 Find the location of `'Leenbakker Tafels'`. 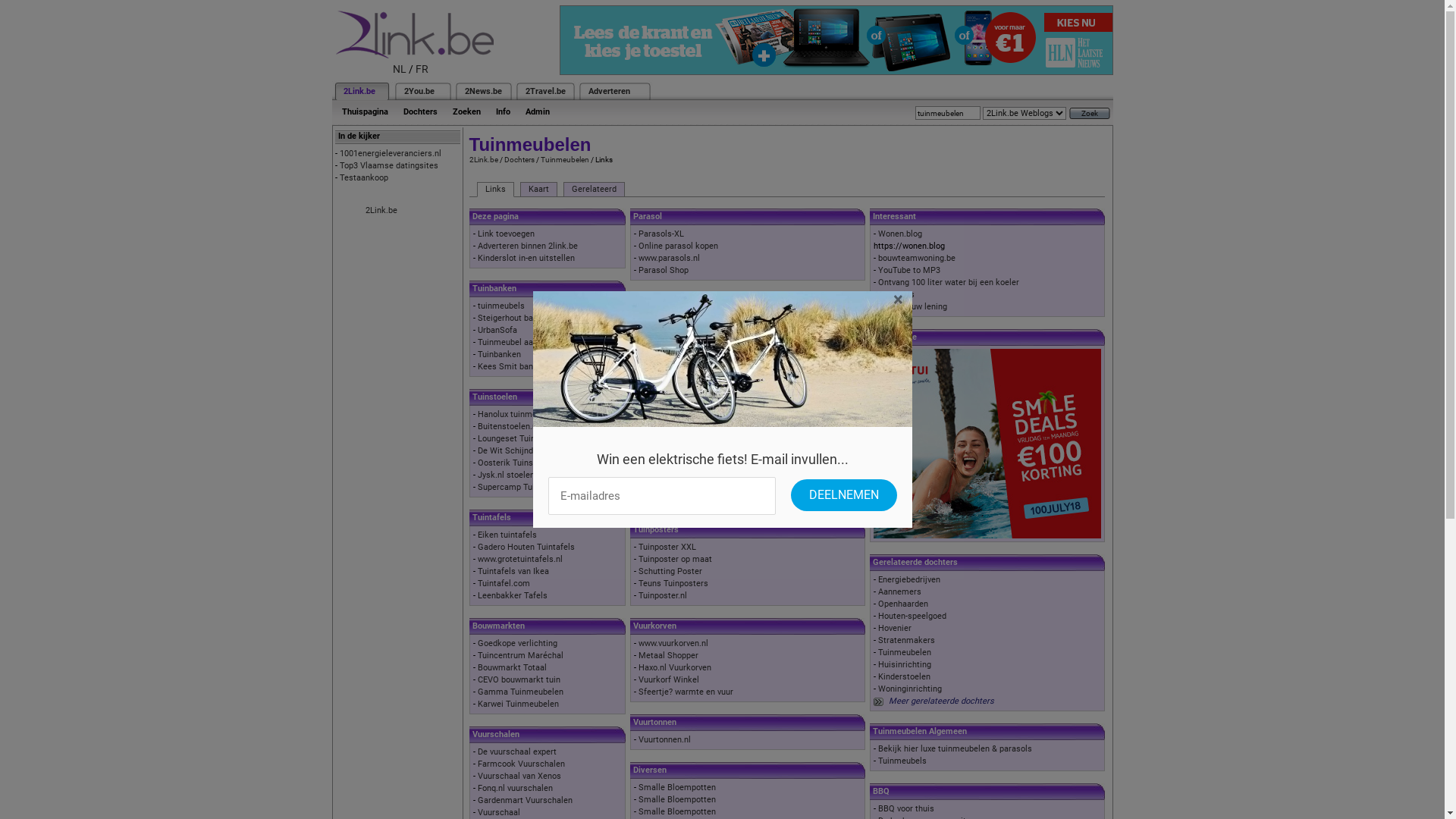

'Leenbakker Tafels' is located at coordinates (513, 595).